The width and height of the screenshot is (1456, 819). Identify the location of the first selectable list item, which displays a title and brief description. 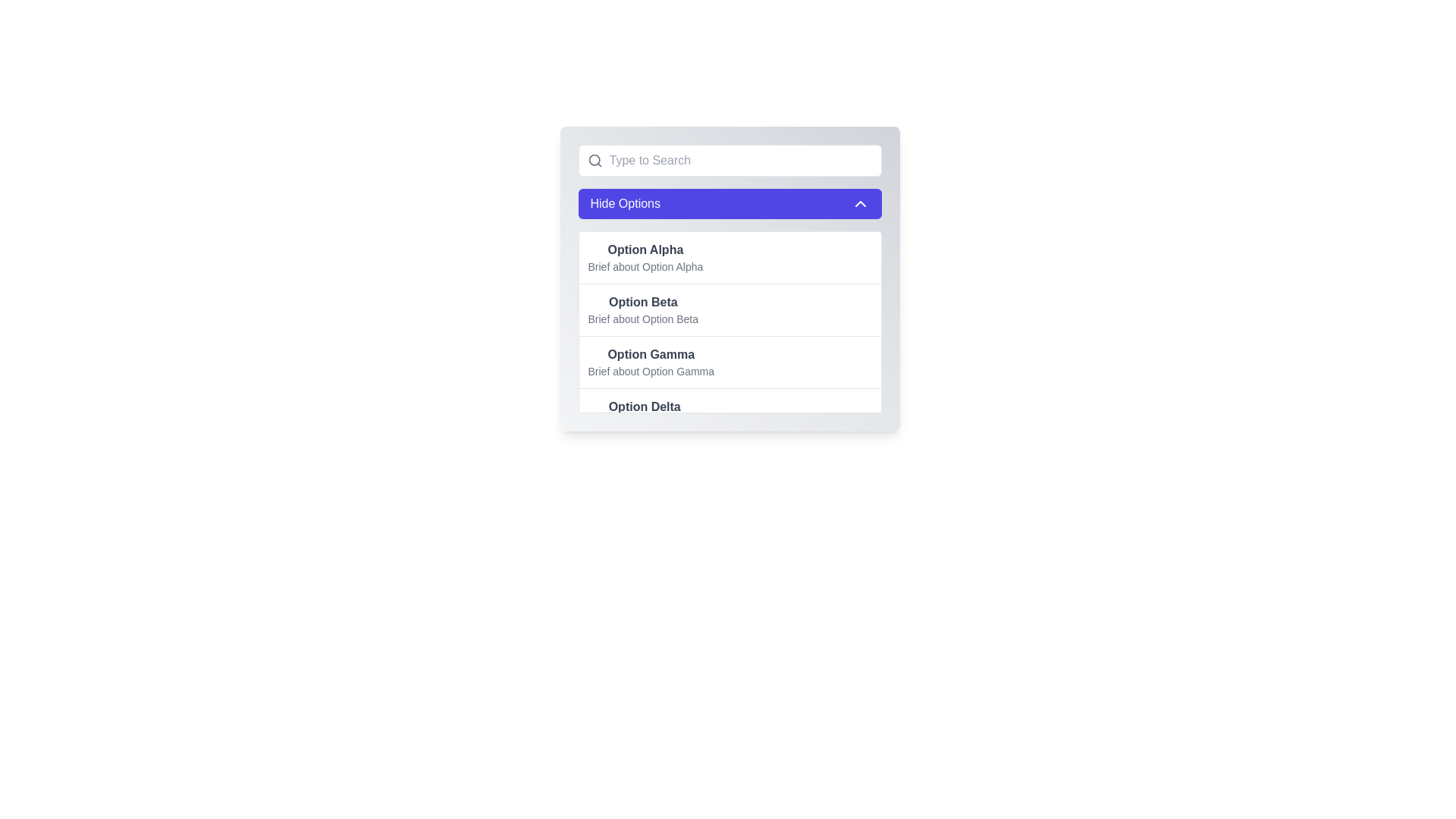
(730, 278).